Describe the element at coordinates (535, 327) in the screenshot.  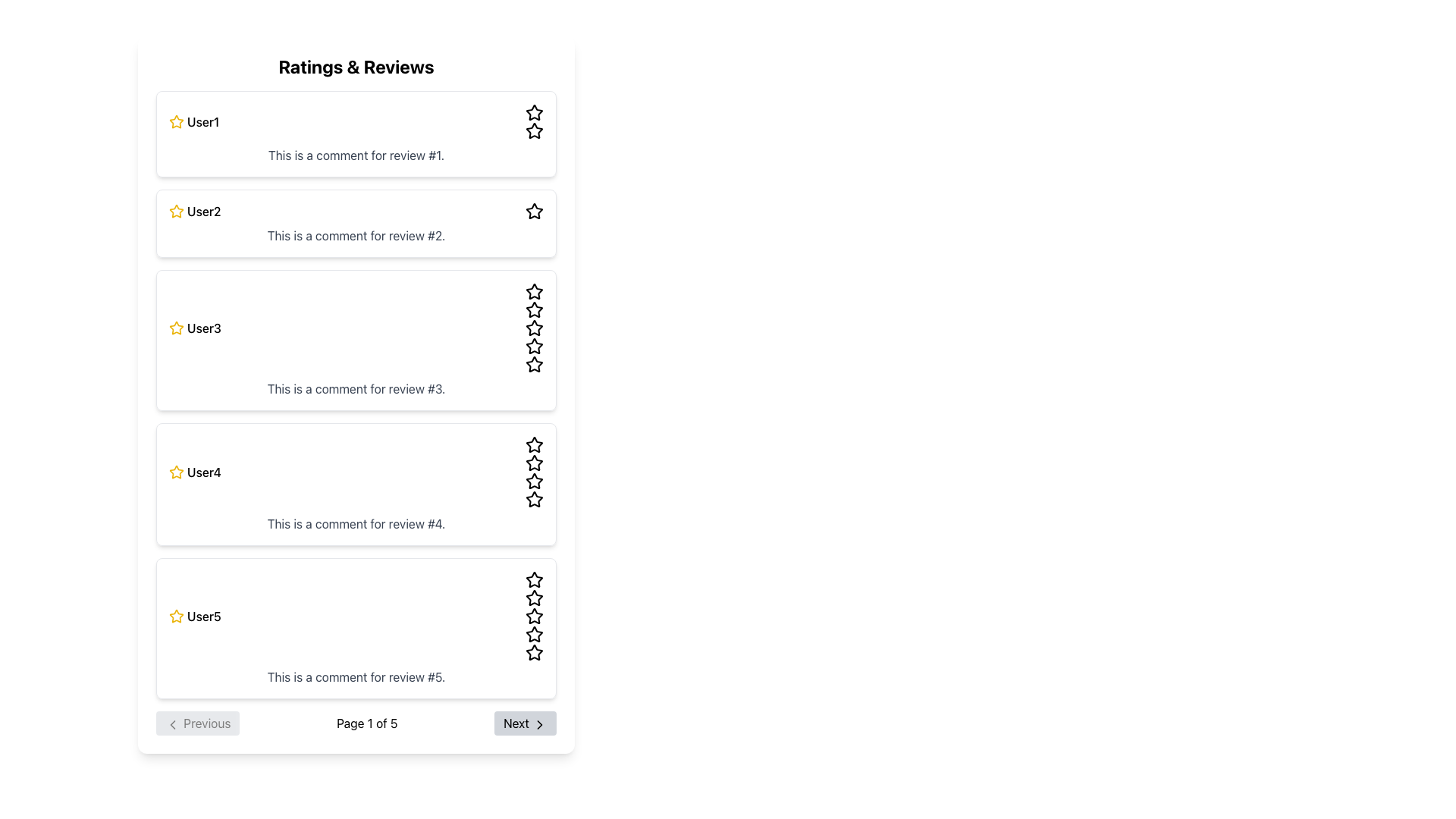
I see `the third star icon in the rating system associated with the review labeled 'User3'` at that location.